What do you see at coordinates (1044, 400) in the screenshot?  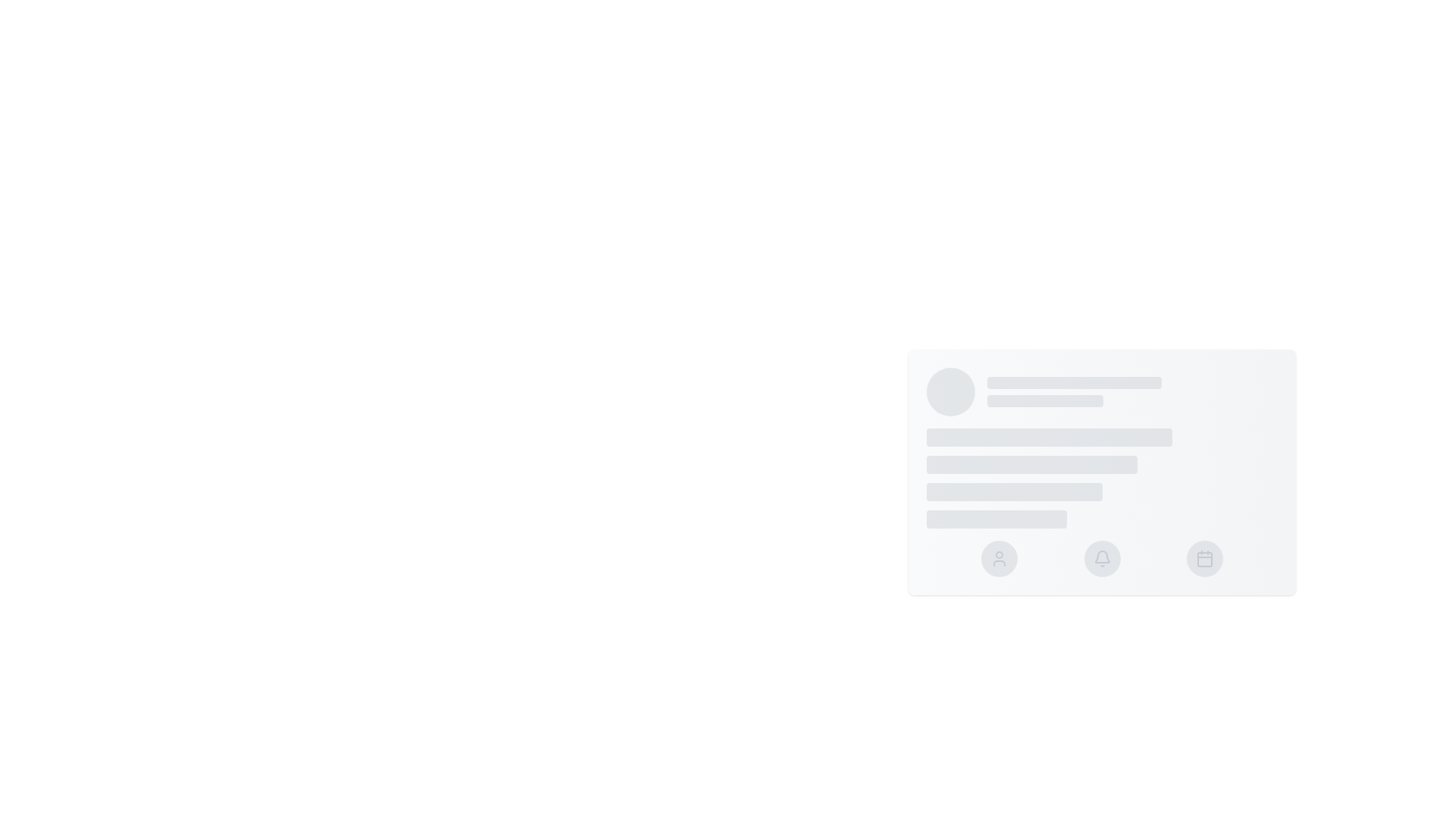 I see `the second skeleton loader element, which is a horizontally elongated rectangle with rounded edges and a light gray color, located within a card-like structure` at bounding box center [1044, 400].